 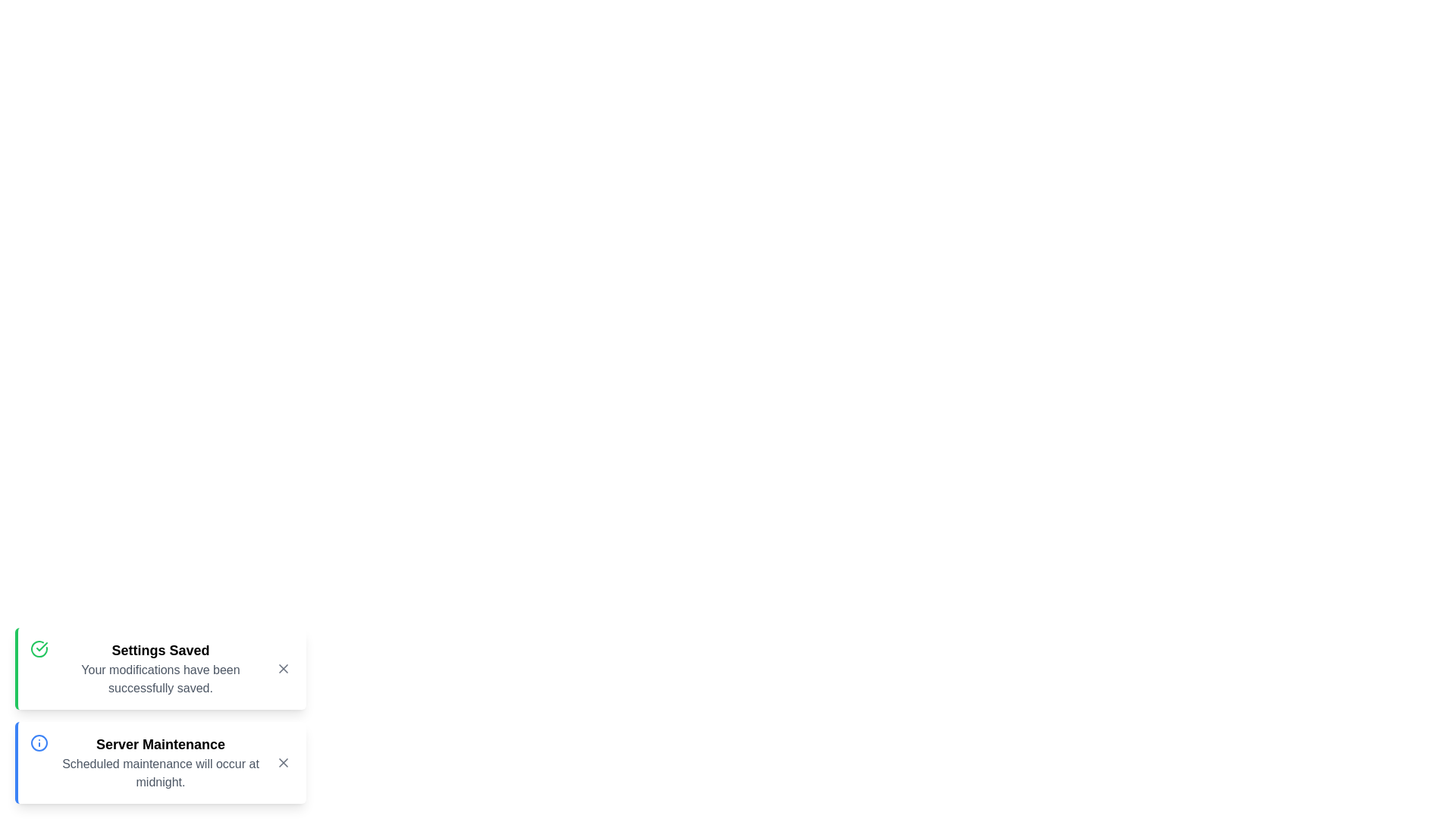 I want to click on the close button of the snackbar notification with title 'Settings Saved', so click(x=284, y=668).